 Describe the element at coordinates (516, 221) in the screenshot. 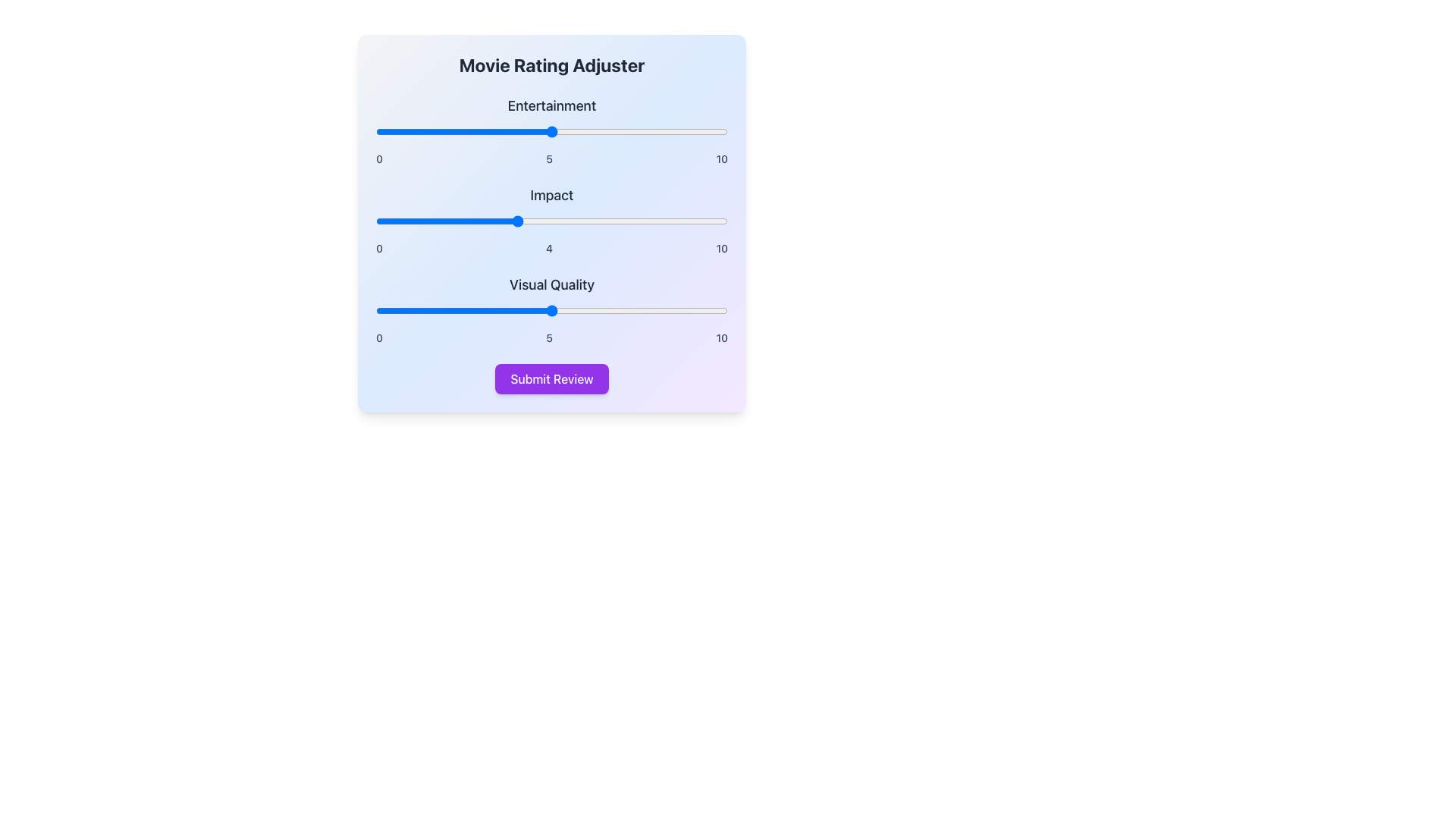

I see `the Impact slider value` at that location.